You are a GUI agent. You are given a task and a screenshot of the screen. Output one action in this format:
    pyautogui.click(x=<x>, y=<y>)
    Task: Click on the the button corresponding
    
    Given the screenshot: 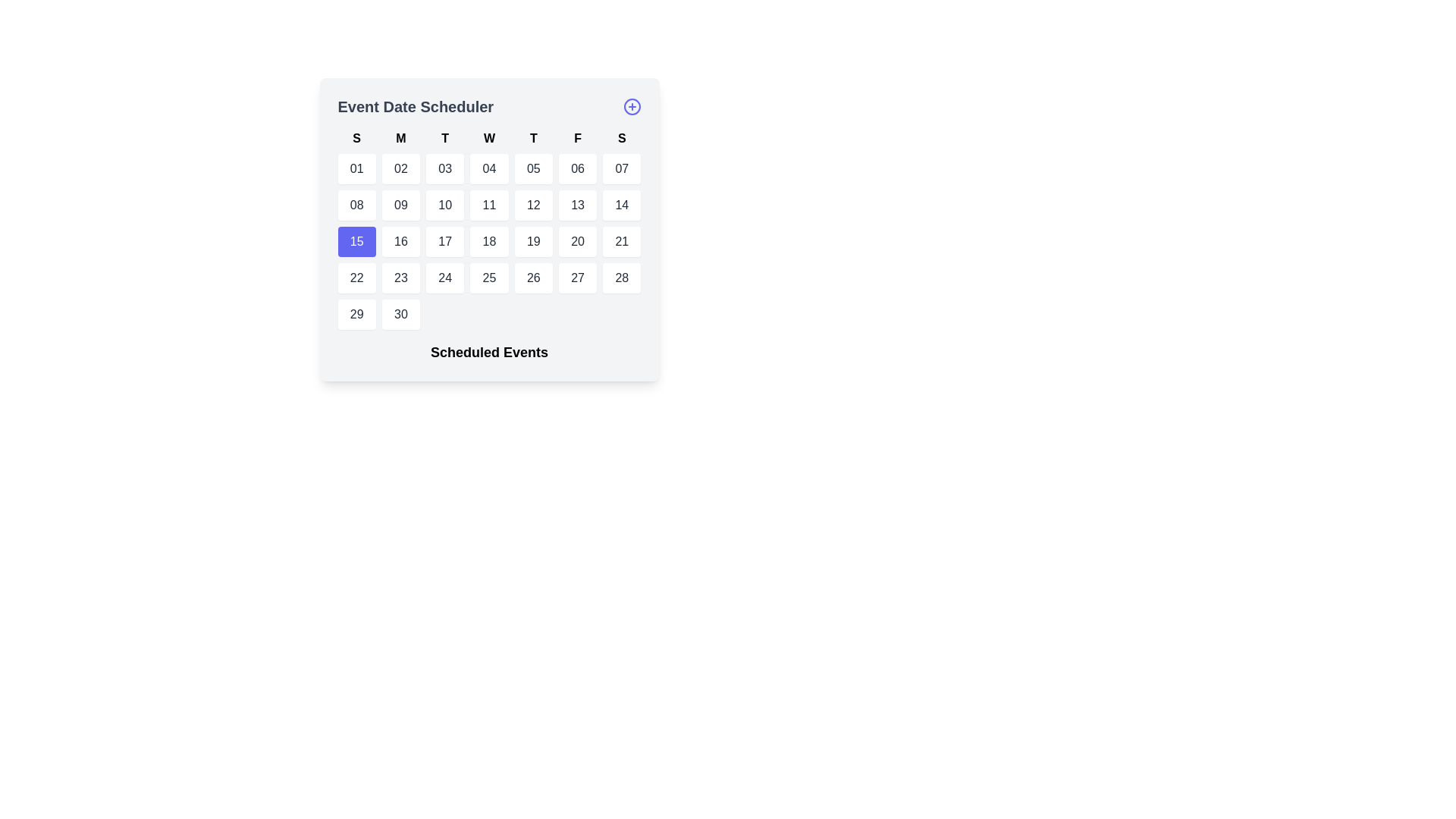 What is the action you would take?
    pyautogui.click(x=622, y=241)
    